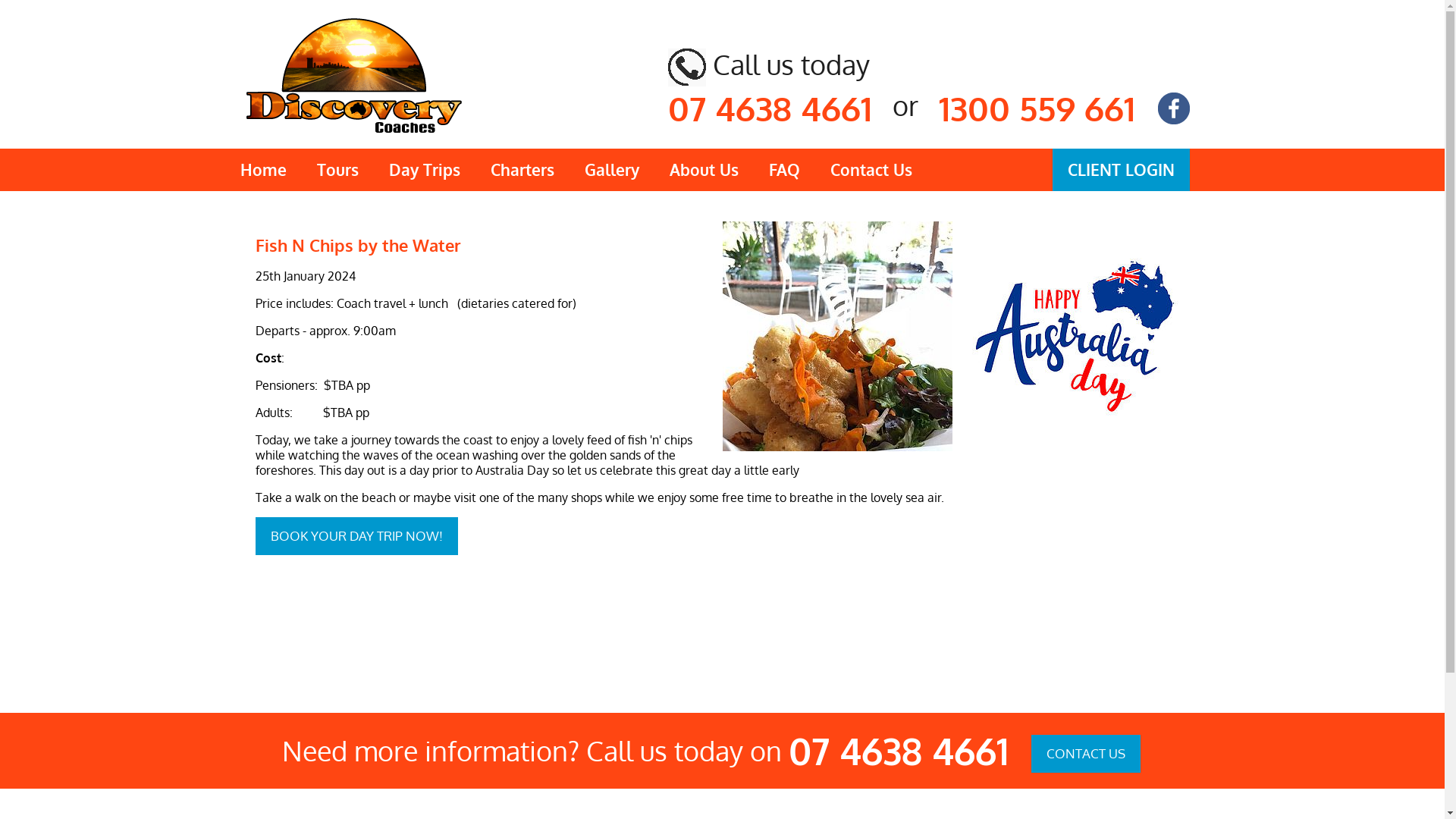  What do you see at coordinates (423, 169) in the screenshot?
I see `'Day Trips'` at bounding box center [423, 169].